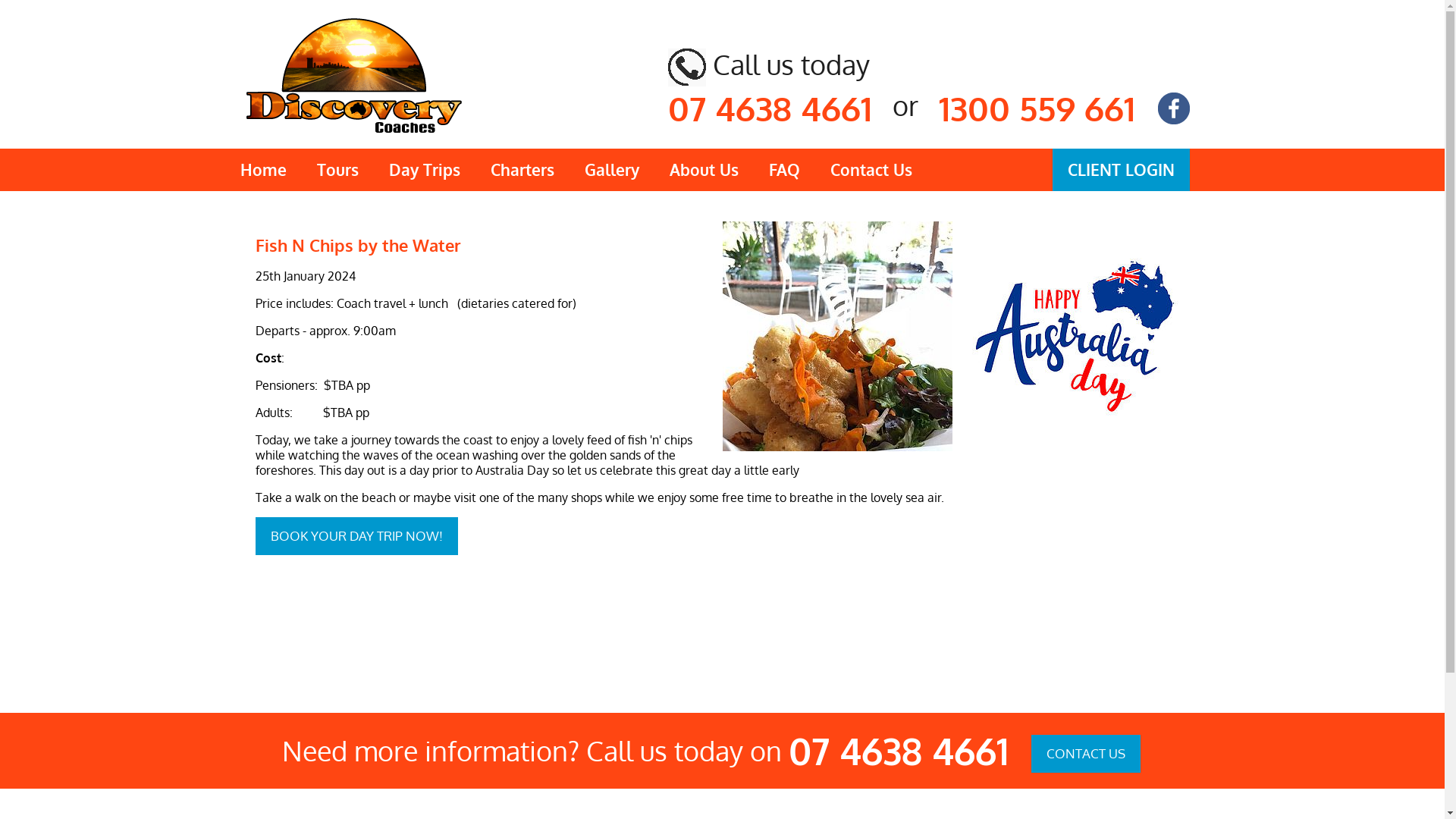  What do you see at coordinates (423, 169) in the screenshot?
I see `'Day Trips'` at bounding box center [423, 169].